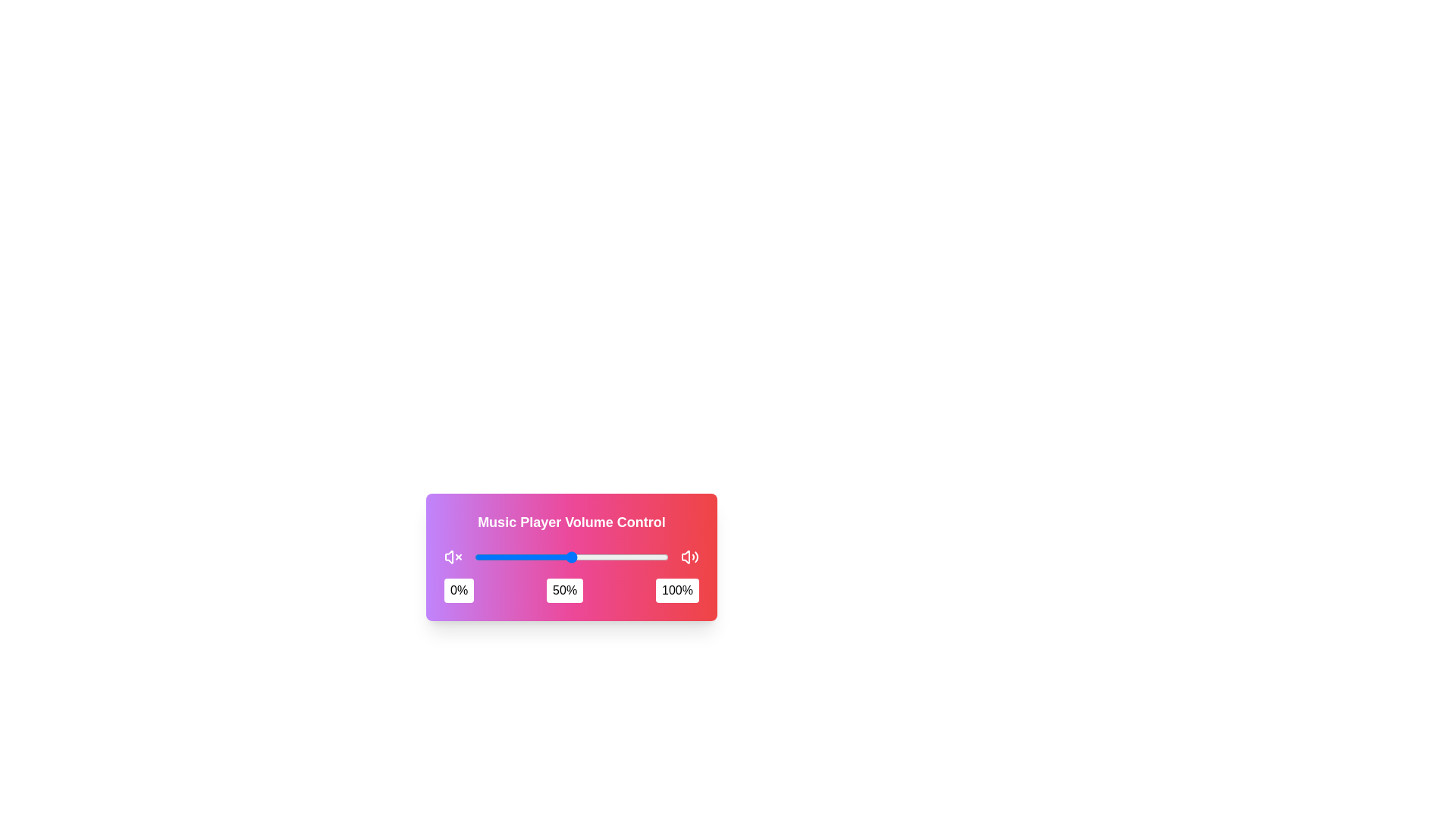 This screenshot has width=1456, height=819. What do you see at coordinates (560, 557) in the screenshot?
I see `the slider to set the volume to 45%` at bounding box center [560, 557].